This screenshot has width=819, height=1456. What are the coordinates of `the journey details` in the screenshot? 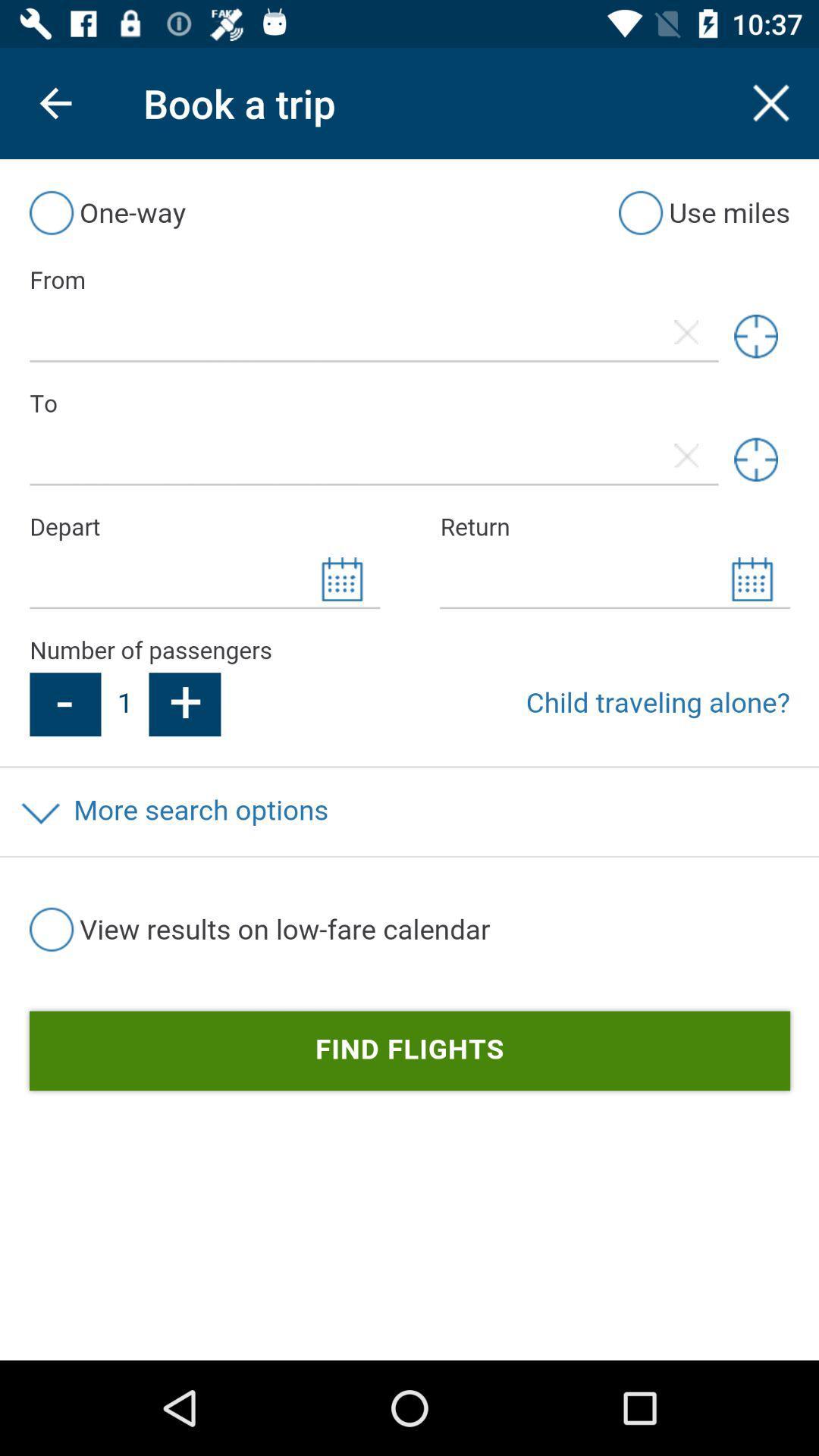 It's located at (409, 760).